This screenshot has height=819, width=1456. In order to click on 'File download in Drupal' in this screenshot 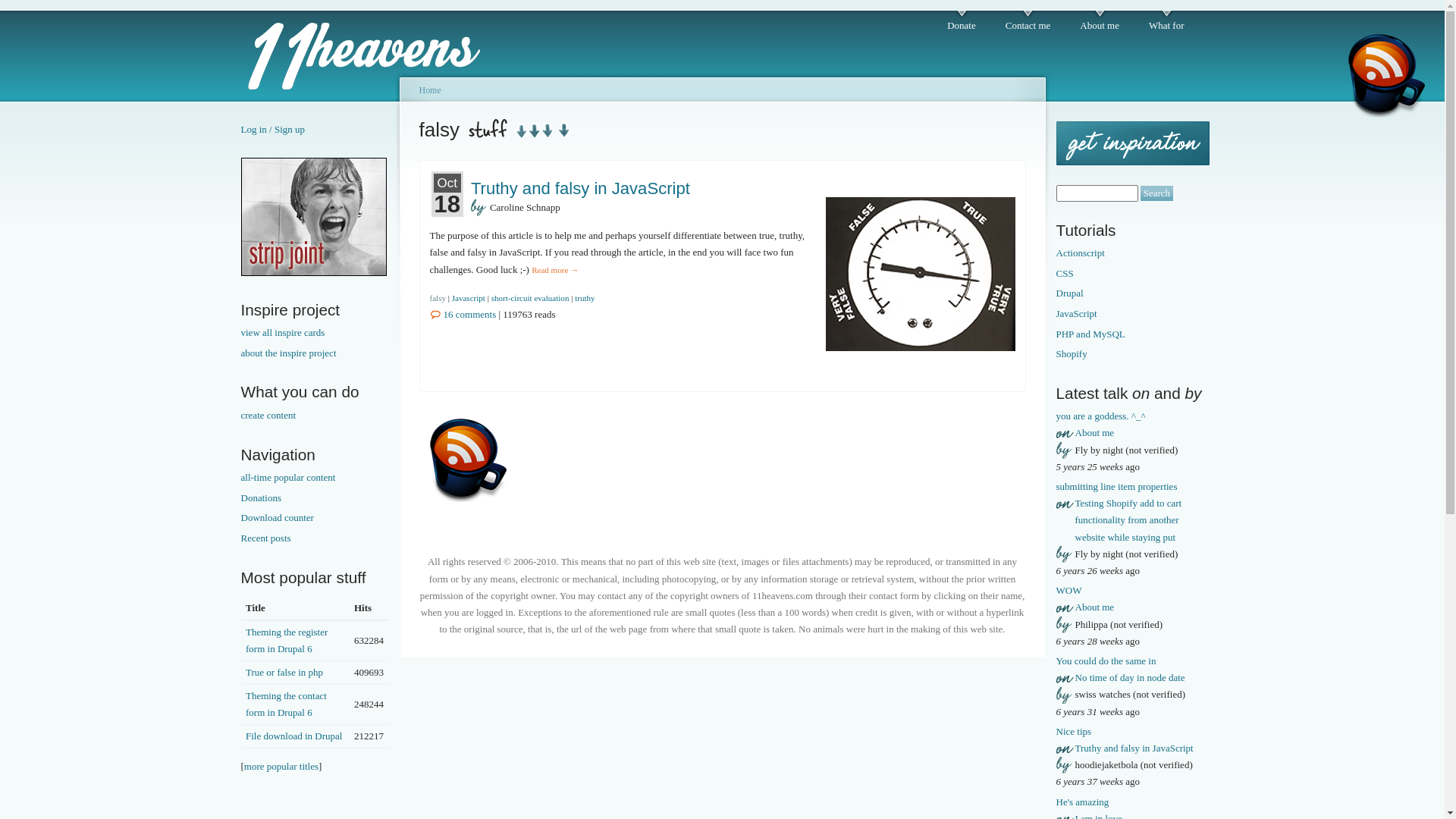, I will do `click(293, 735)`.